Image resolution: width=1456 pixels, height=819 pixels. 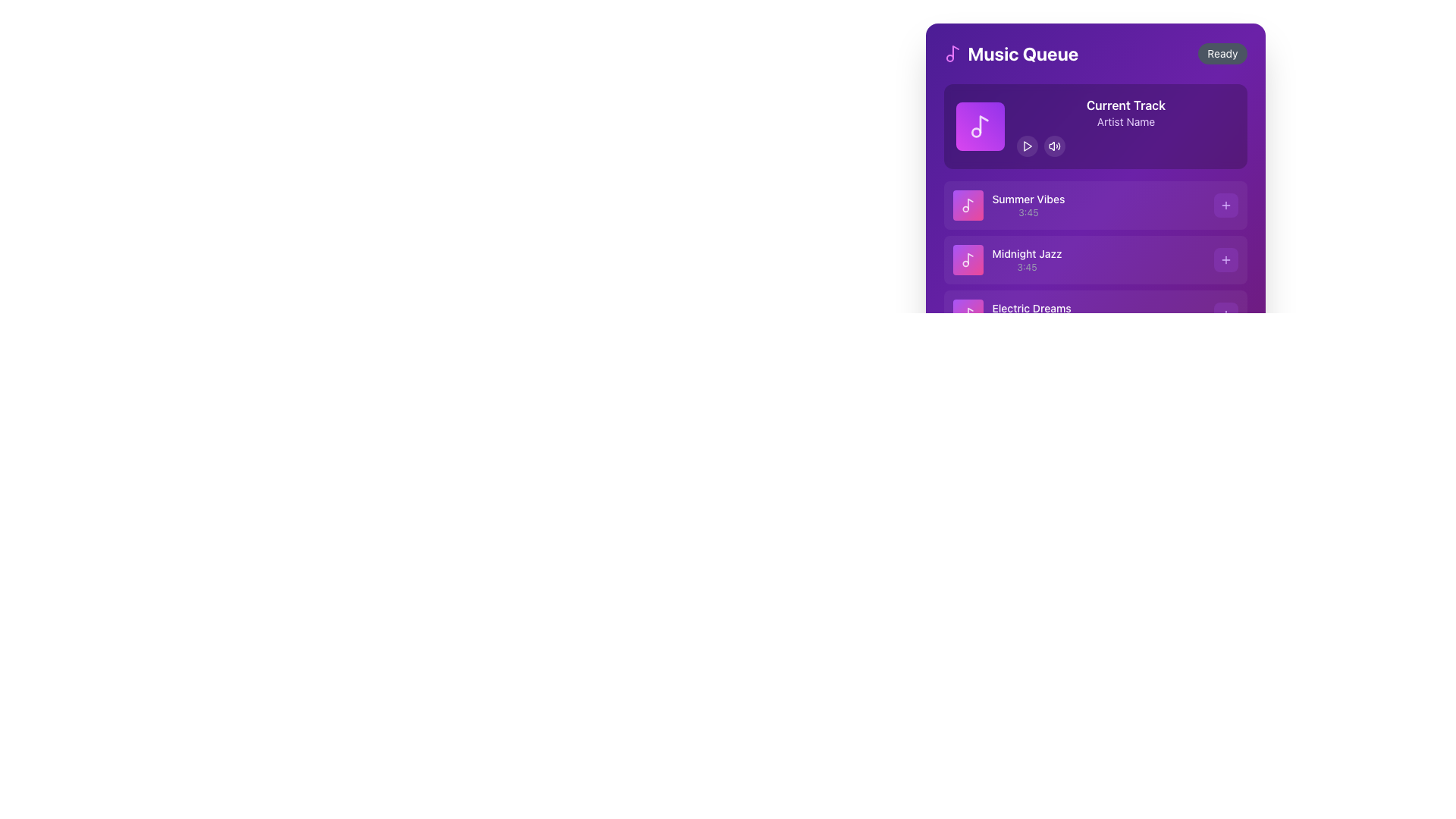 I want to click on the Text Display that shows the artist's name for the currently playing track, located within the Current Track panel, so click(x=1125, y=121).